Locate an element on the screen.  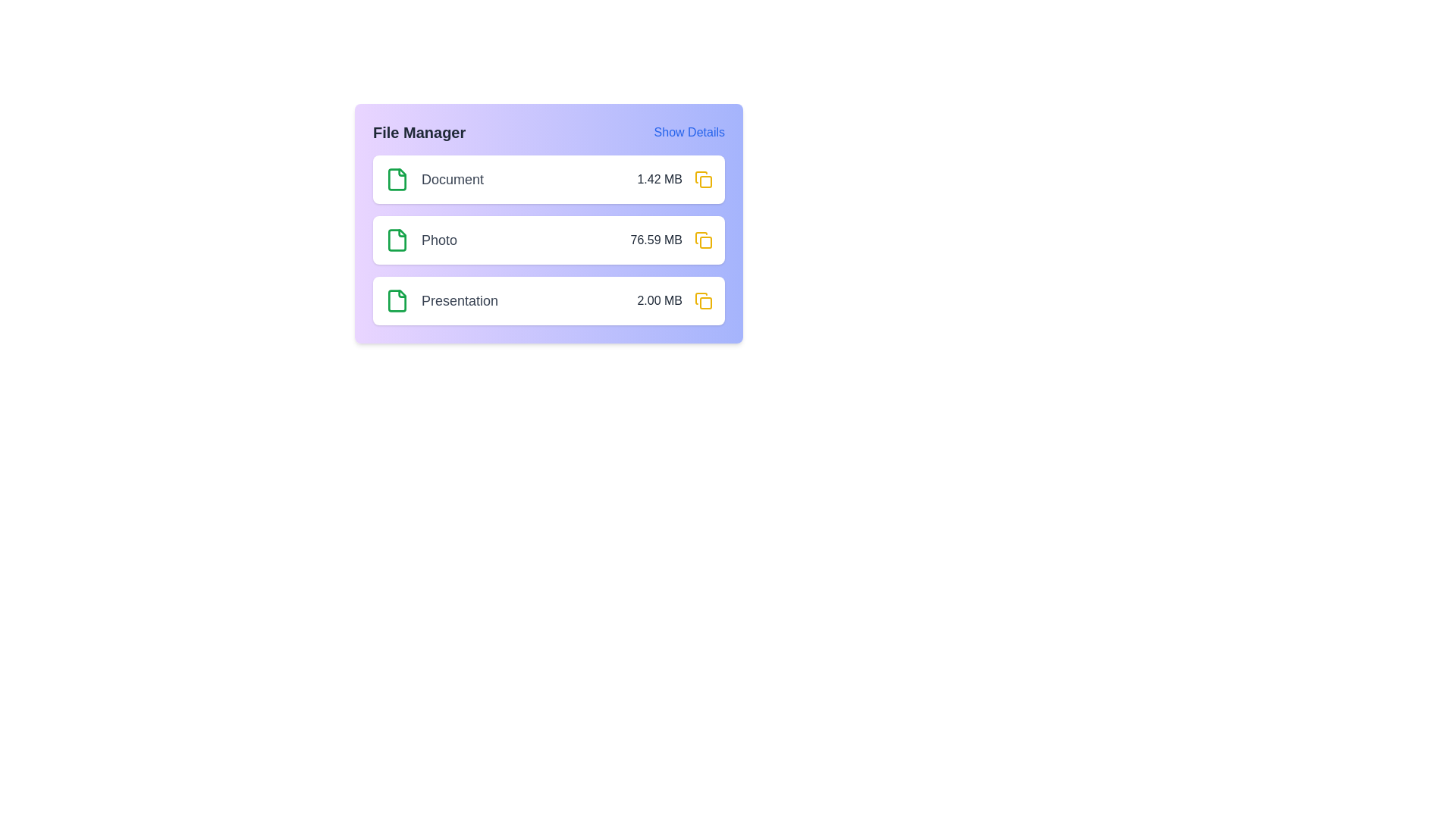
the text label reading 'Presentation', styled in medium-sized gray font, located in the File Manager pane, positioned to the right of a green folder icon is located at coordinates (459, 301).